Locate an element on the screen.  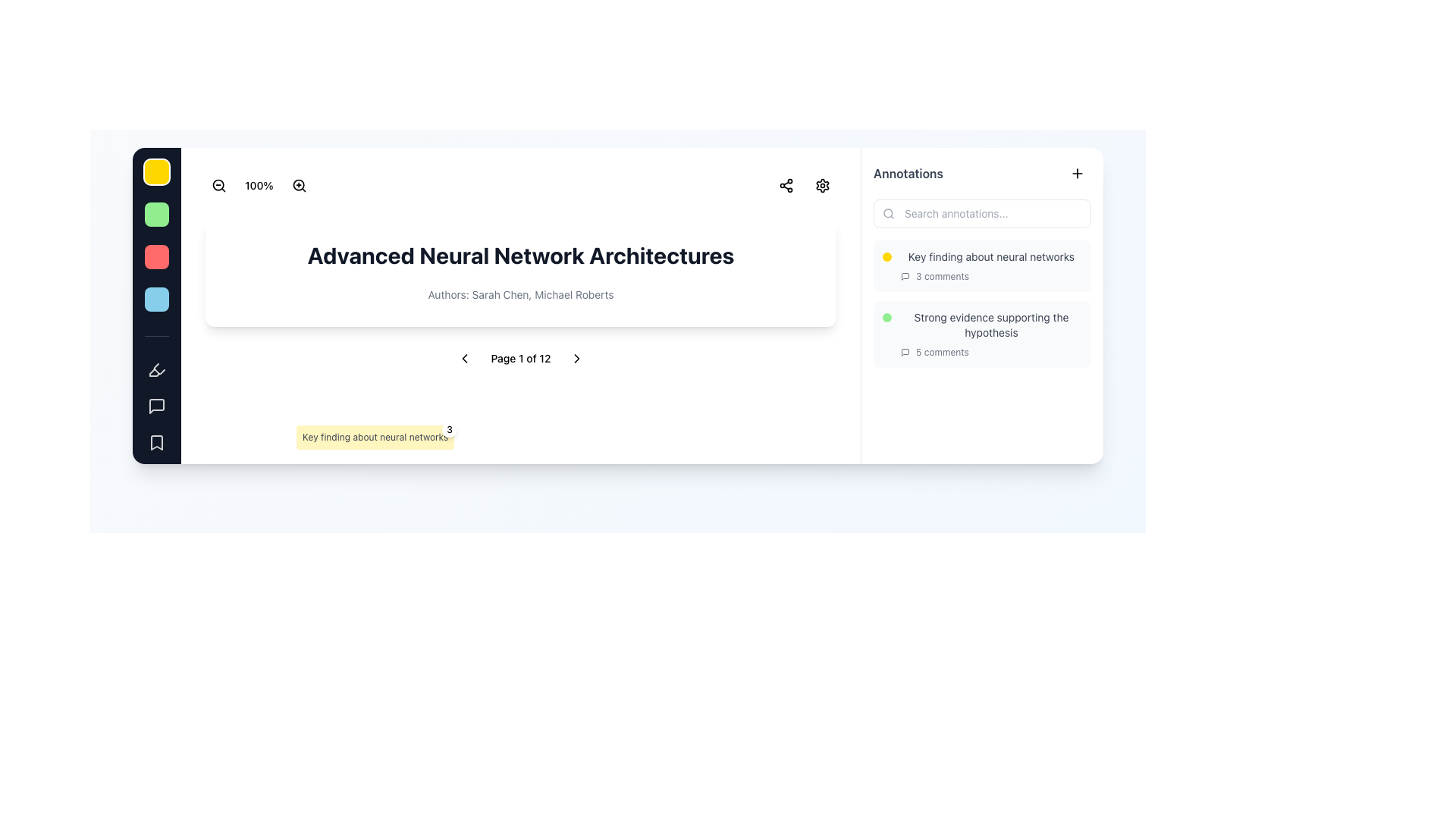
the small circular button with a magnifying glass icon featuring a minus symbol, located in the toolbar at the top left corner of the interface is located at coordinates (218, 185).